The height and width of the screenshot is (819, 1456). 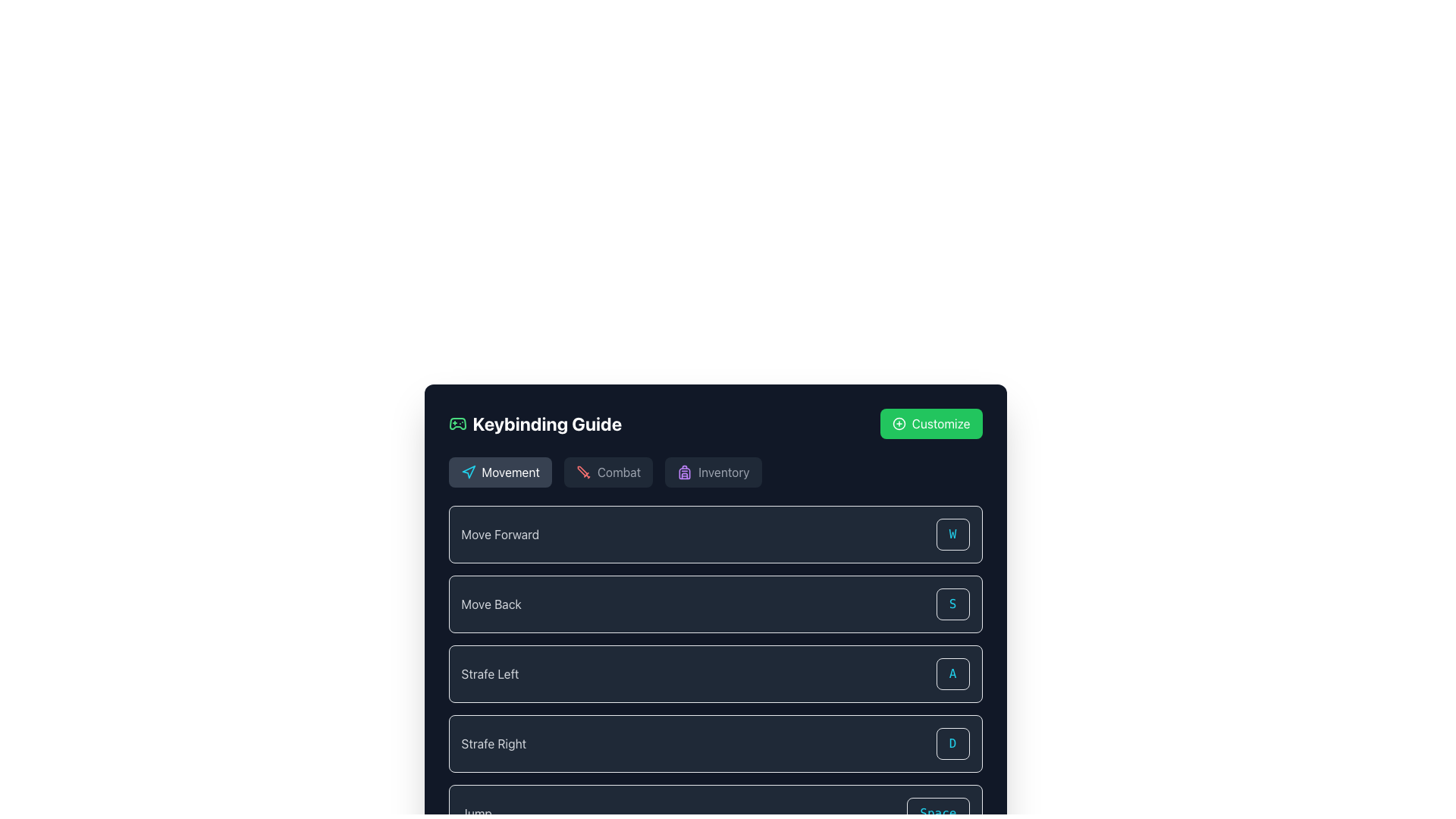 I want to click on the keybinding display box for the 'Strafe Left' action, located to the far right of the 'Strafe Left' text in the keybinding guide, so click(x=952, y=673).